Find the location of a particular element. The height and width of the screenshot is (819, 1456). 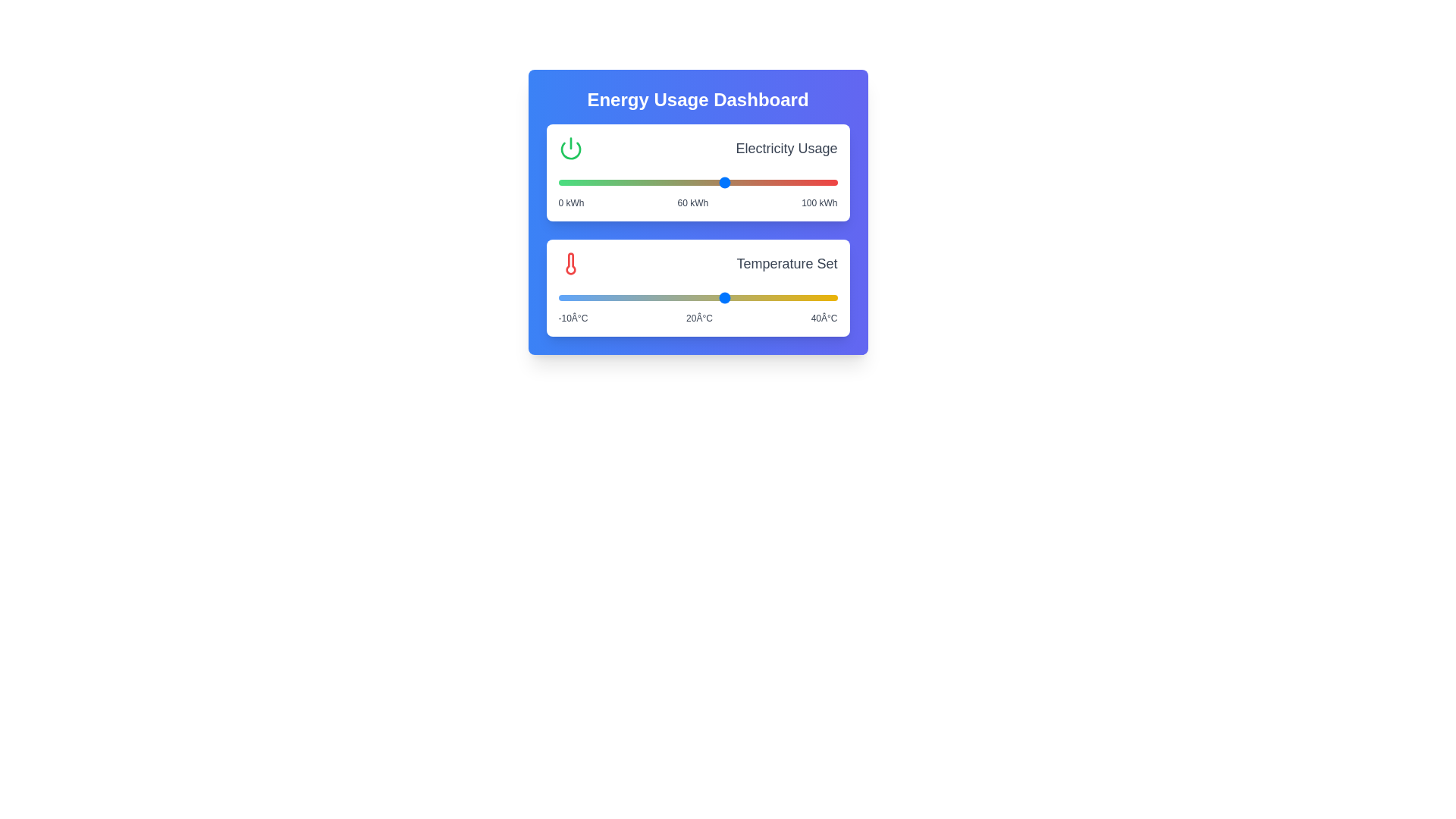

the temperature slider to -5°C is located at coordinates (585, 298).